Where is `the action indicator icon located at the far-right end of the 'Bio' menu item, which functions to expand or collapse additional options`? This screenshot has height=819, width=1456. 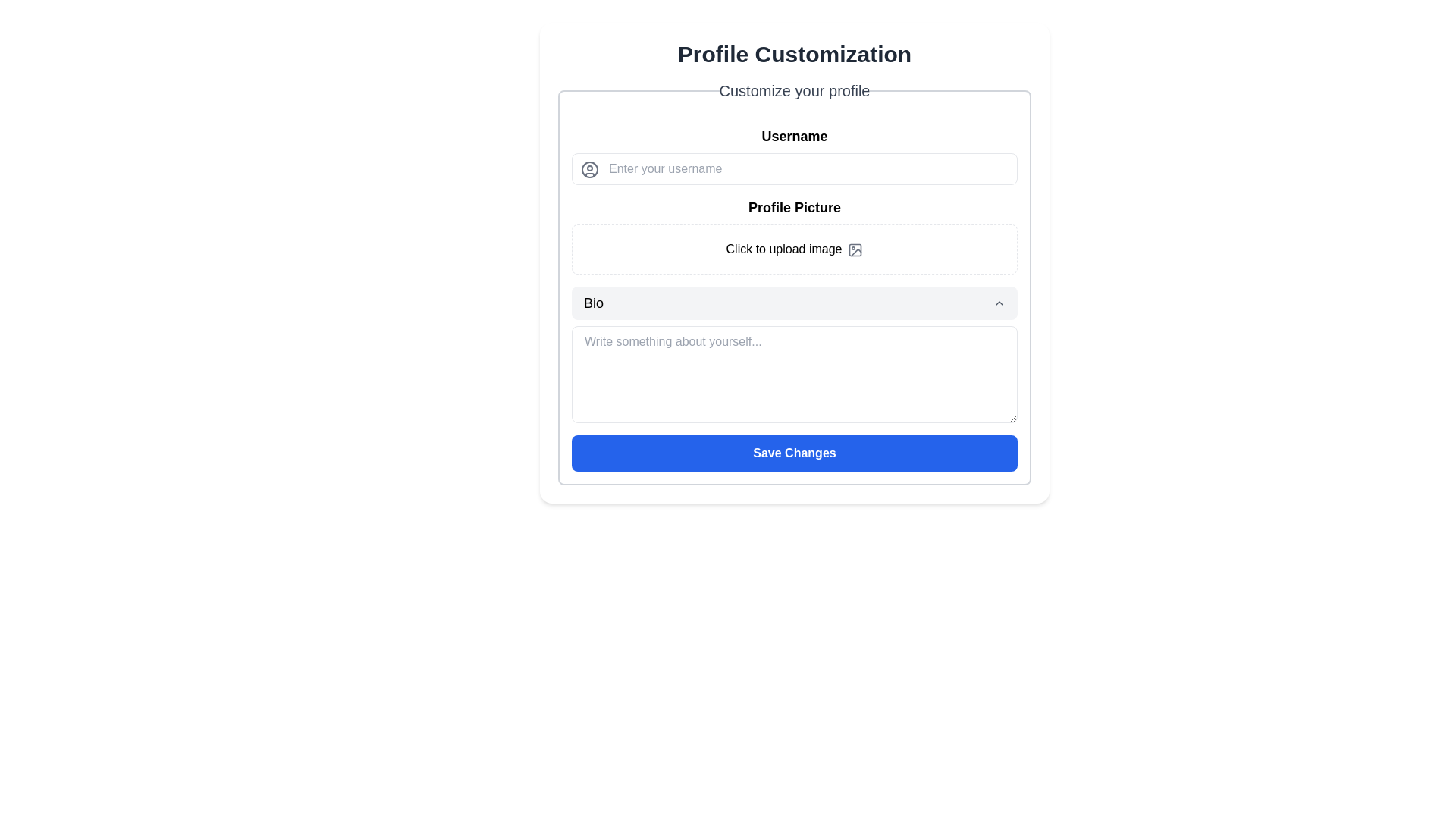
the action indicator icon located at the far-right end of the 'Bio' menu item, which functions to expand or collapse additional options is located at coordinates (999, 303).